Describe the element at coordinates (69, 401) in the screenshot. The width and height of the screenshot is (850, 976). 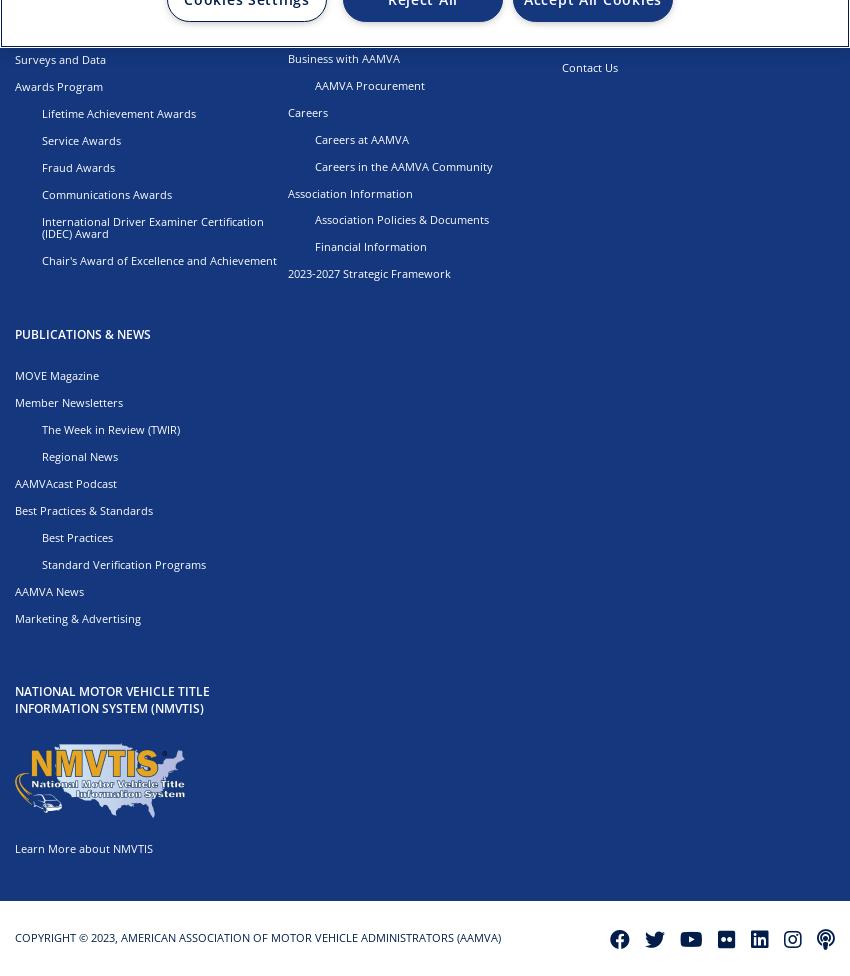
I see `'Member Newsletters'` at that location.